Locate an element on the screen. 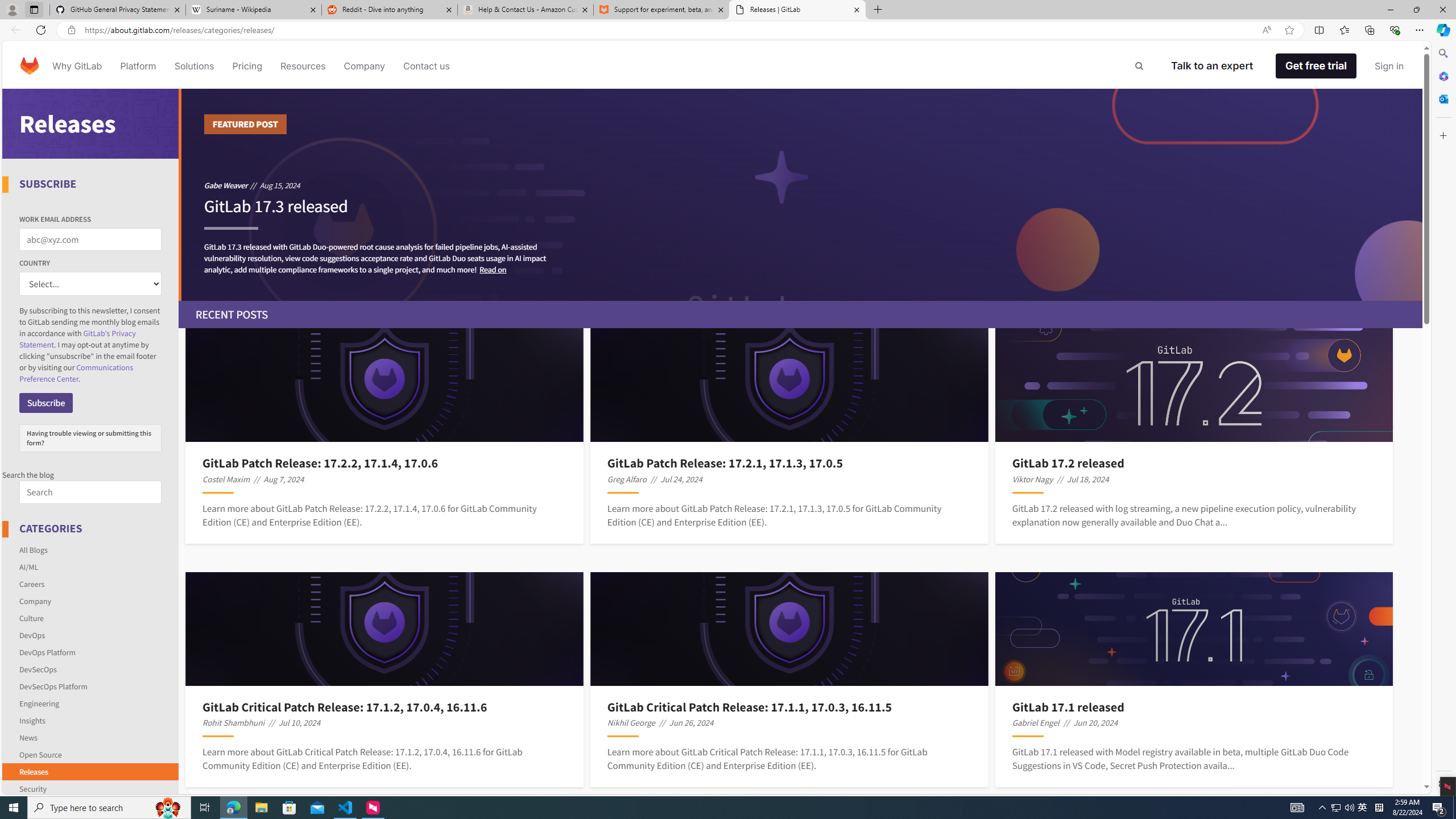  'GitLab Critical Patch Release: 17.1.1, 17.0.3, 16.11.5' is located at coordinates (788, 706).